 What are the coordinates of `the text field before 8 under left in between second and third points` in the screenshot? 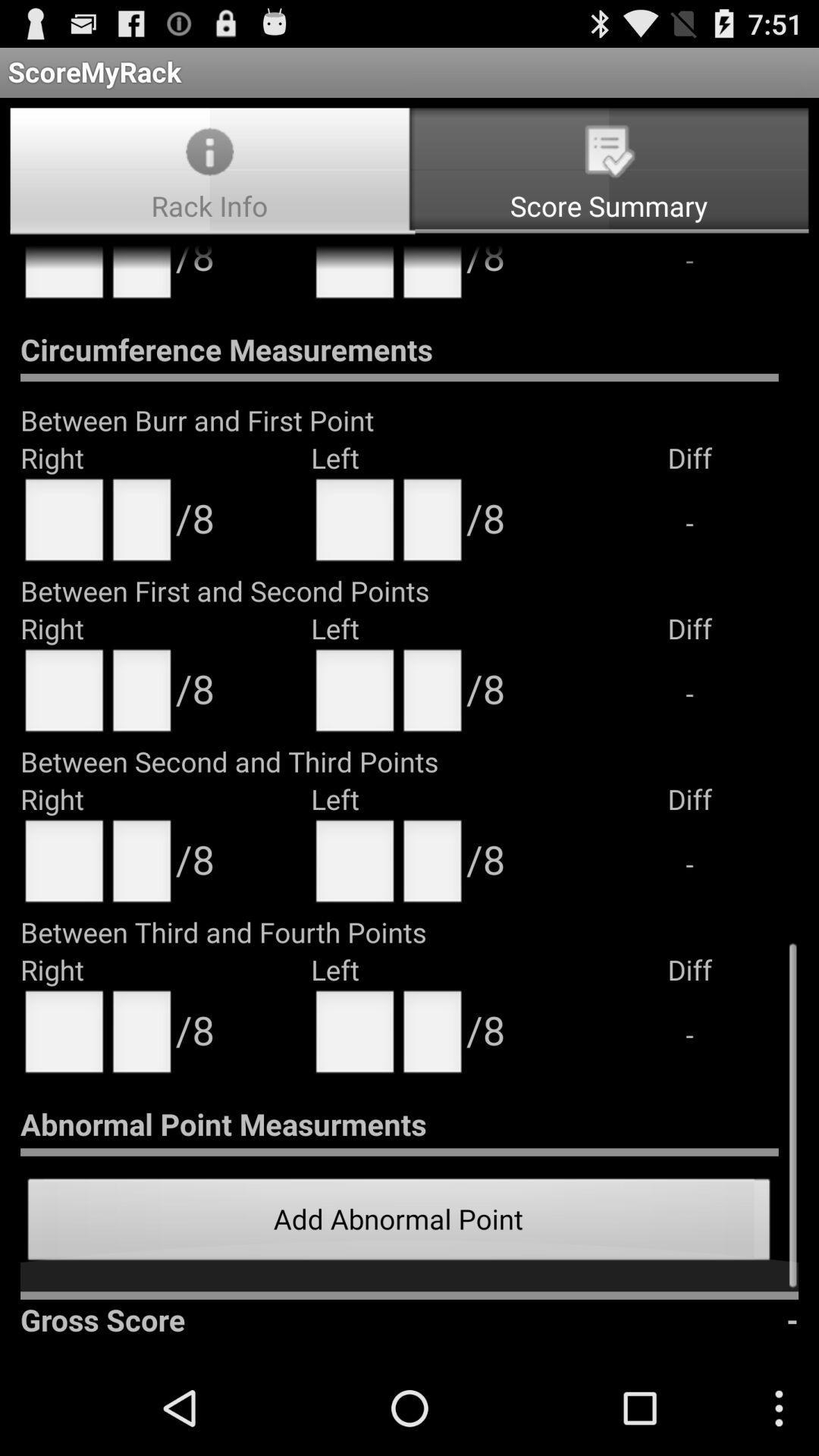 It's located at (432, 866).